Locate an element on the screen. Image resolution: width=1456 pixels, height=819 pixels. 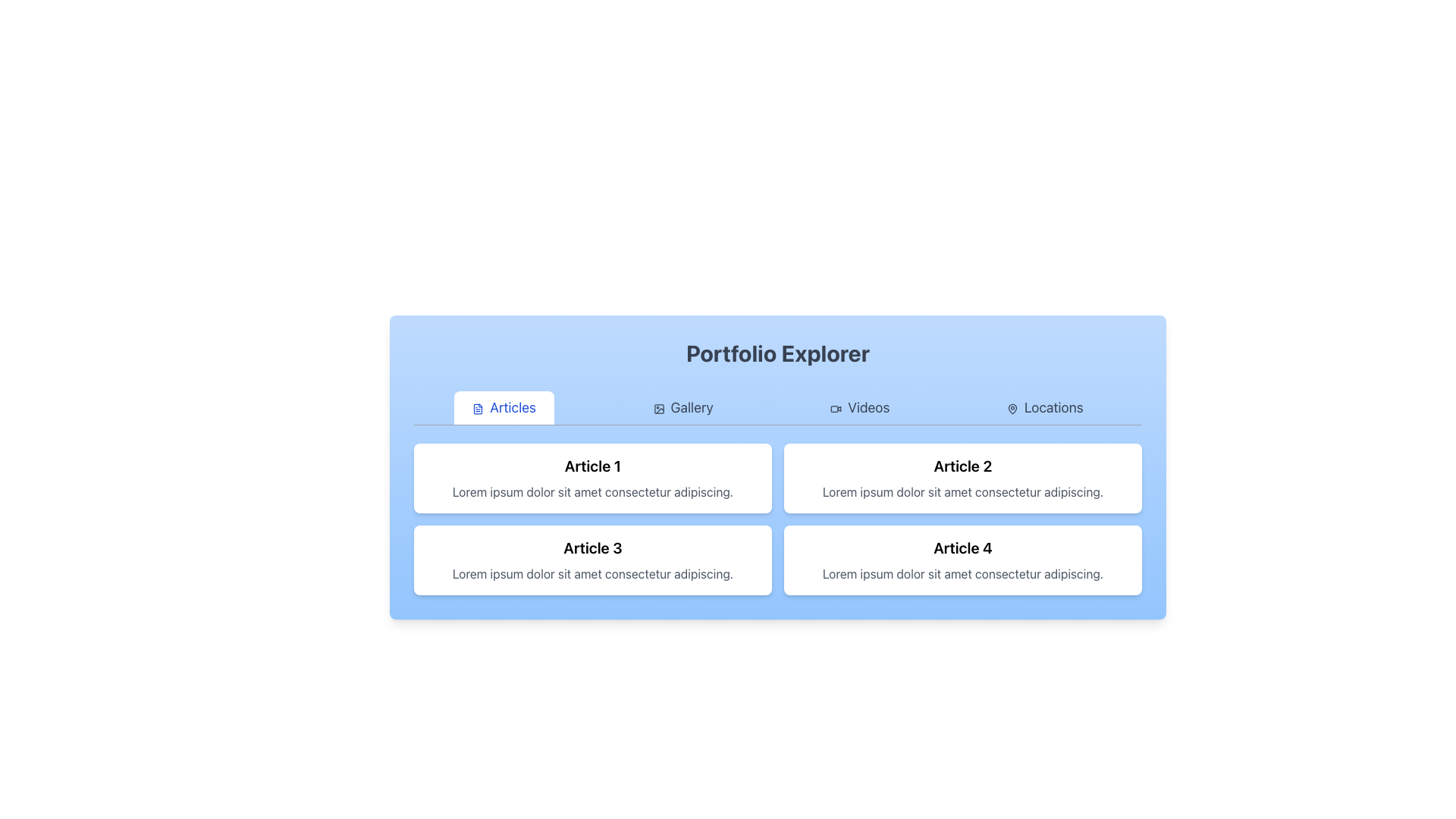
the first tab of the navigation bar is located at coordinates (504, 406).